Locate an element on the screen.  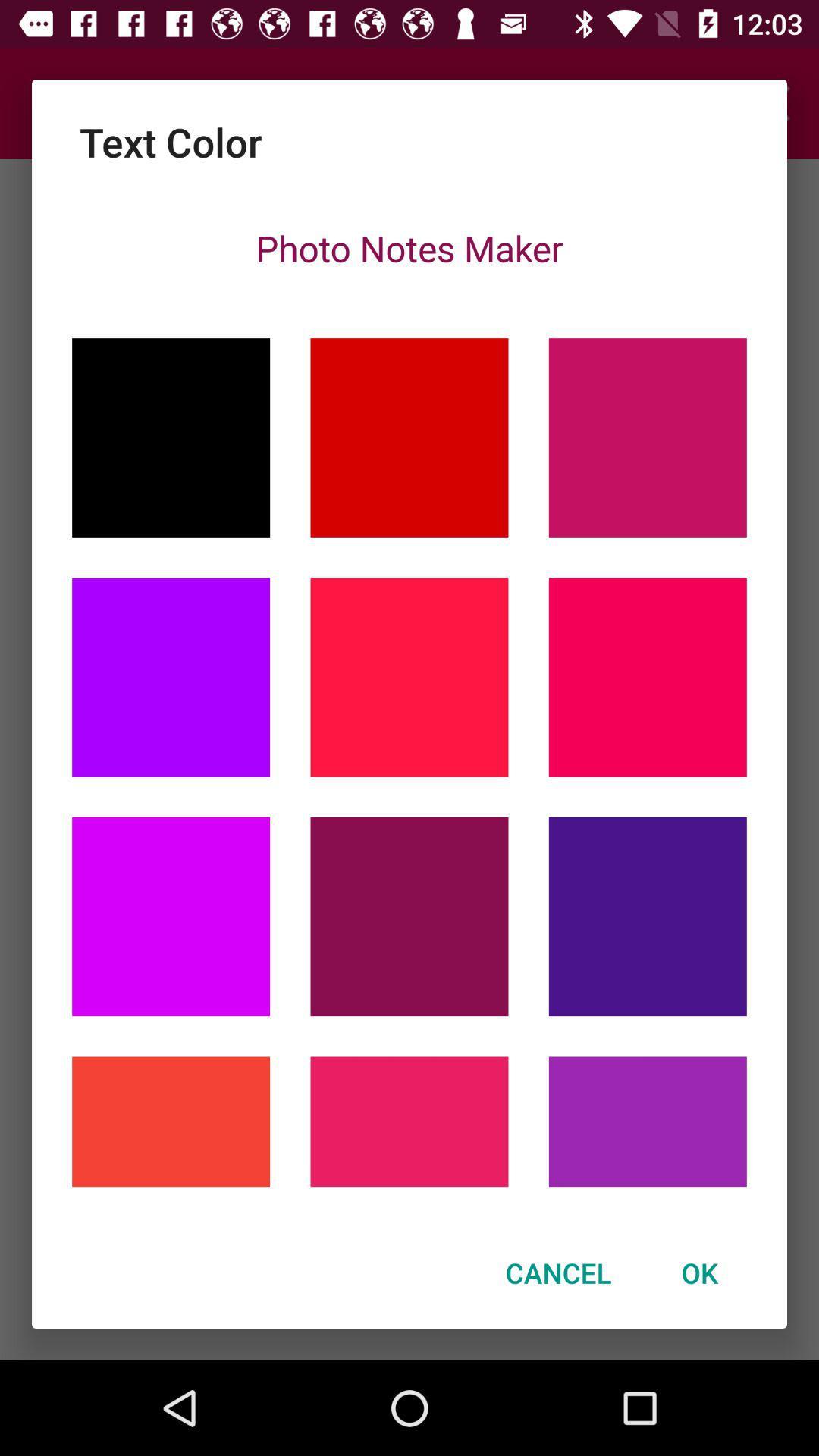
the icon next to cancel is located at coordinates (699, 1272).